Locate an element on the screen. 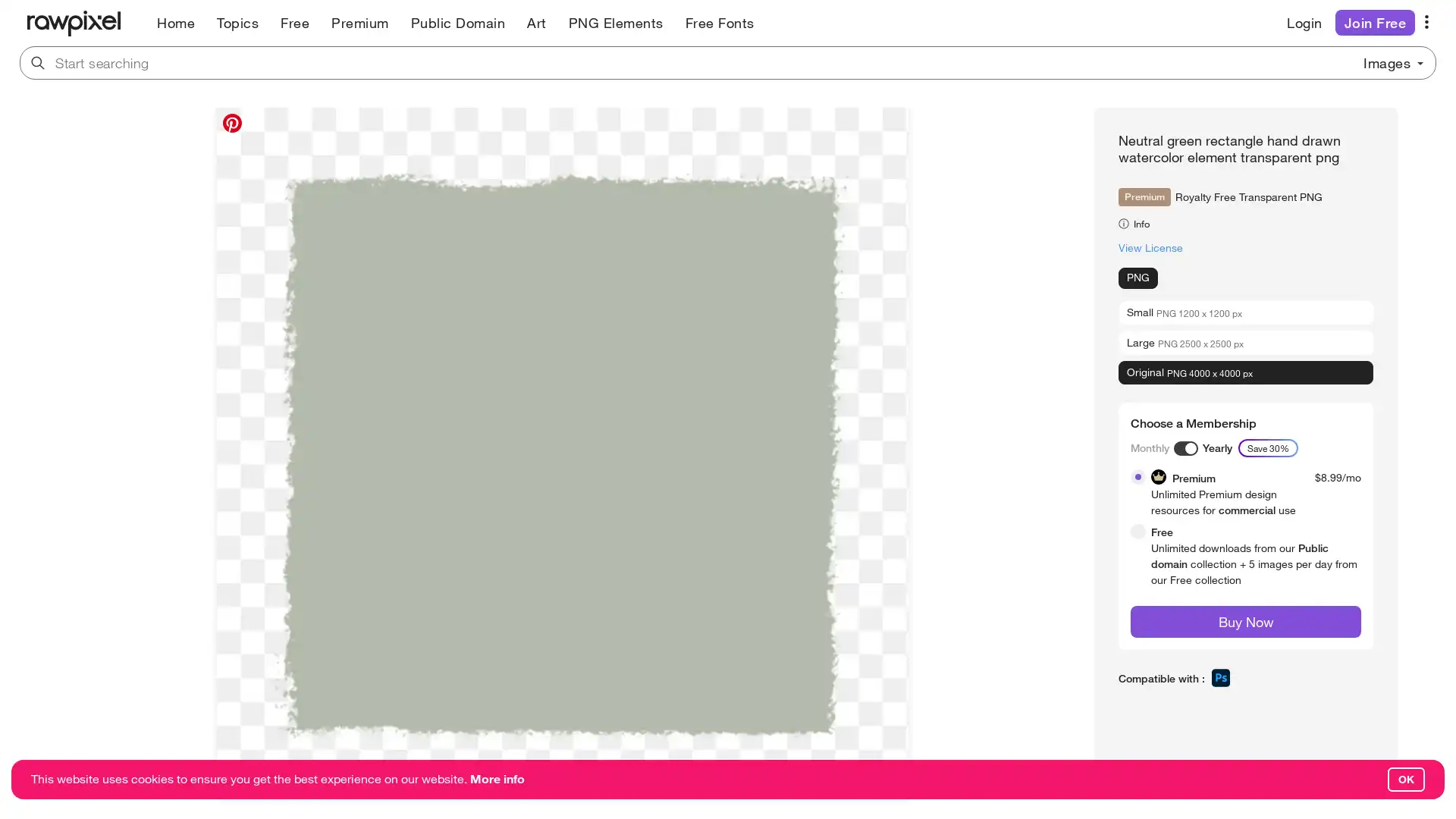 The height and width of the screenshot is (819, 1456). Info is located at coordinates (1137, 222).